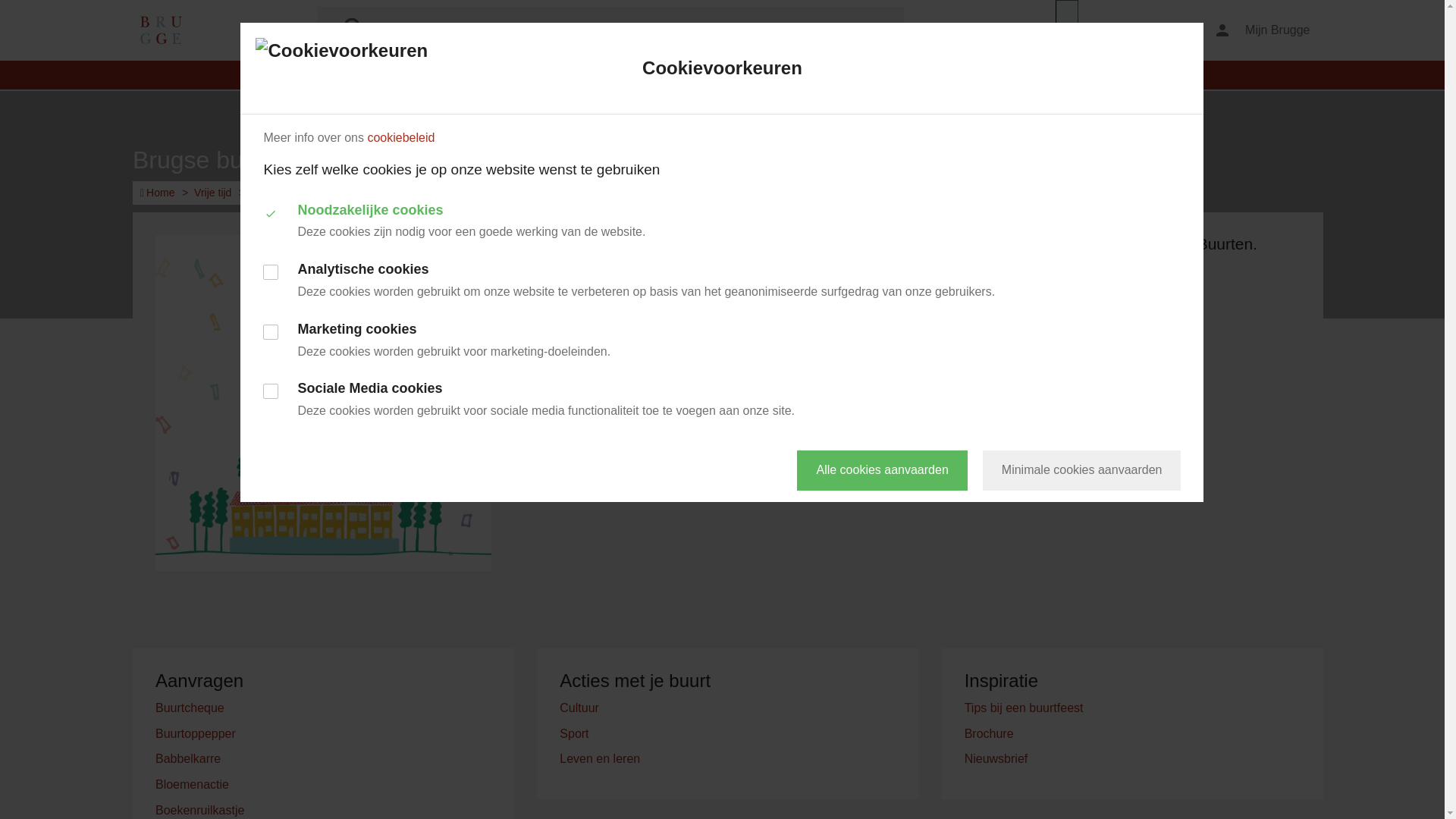 This screenshot has height=819, width=1456. What do you see at coordinates (1081, 469) in the screenshot?
I see `'Minimale cookies aanvaarden'` at bounding box center [1081, 469].